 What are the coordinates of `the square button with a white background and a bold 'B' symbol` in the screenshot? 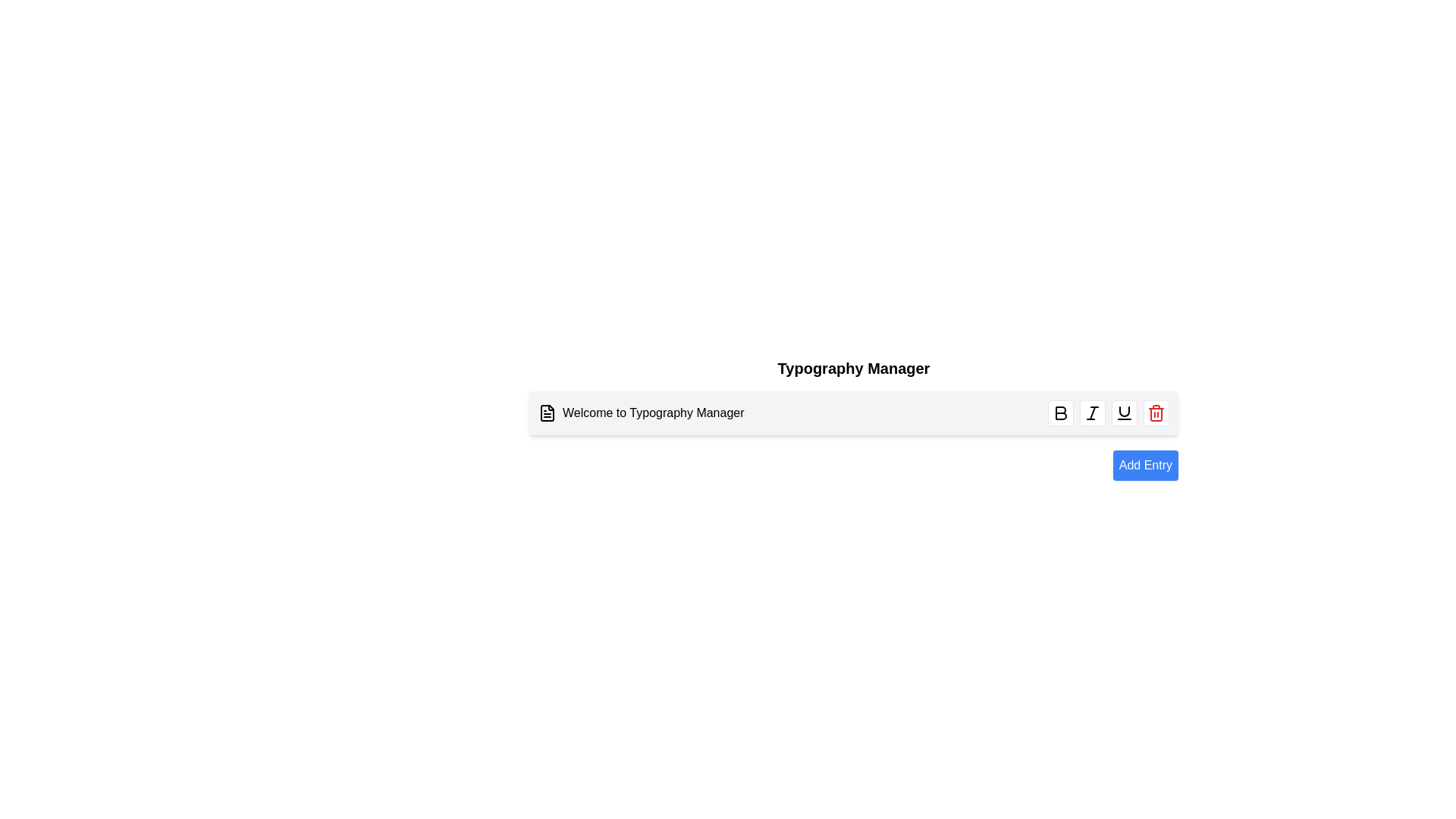 It's located at (1059, 413).